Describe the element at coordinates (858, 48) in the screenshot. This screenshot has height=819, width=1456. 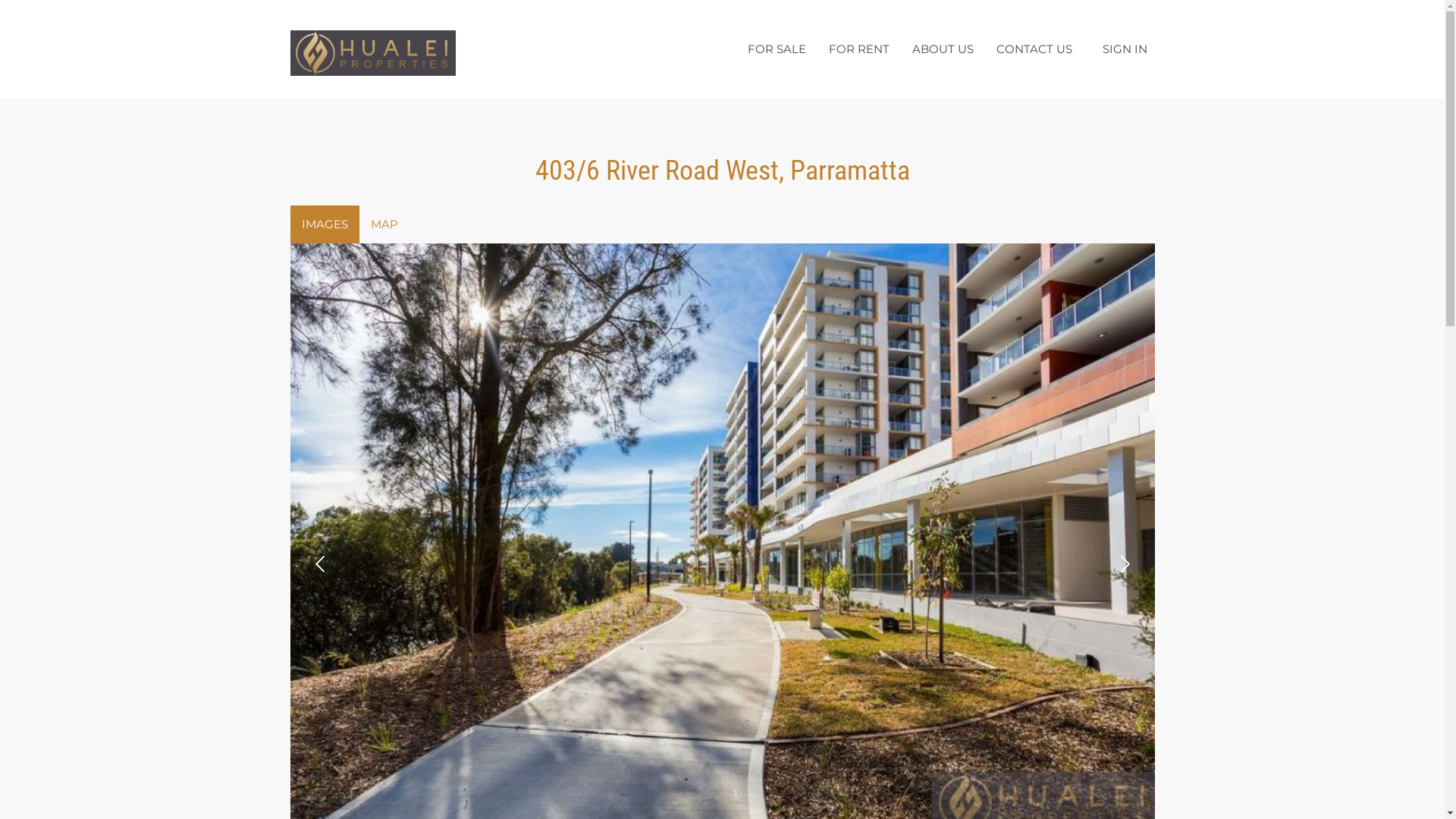
I see `'FOR RENT'` at that location.